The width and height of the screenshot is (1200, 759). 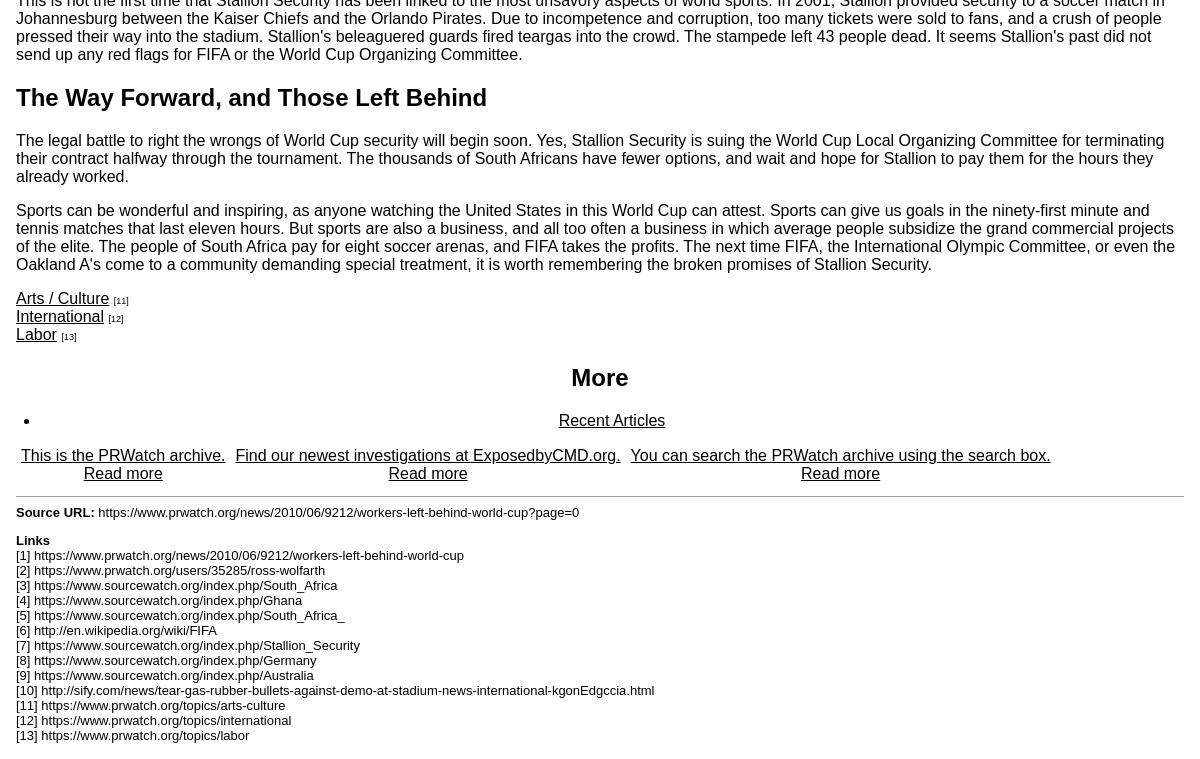 I want to click on '[1] https://www.prwatch.org/news/2010/06/9212/workers-left-behind-world-cup', so click(x=239, y=554).